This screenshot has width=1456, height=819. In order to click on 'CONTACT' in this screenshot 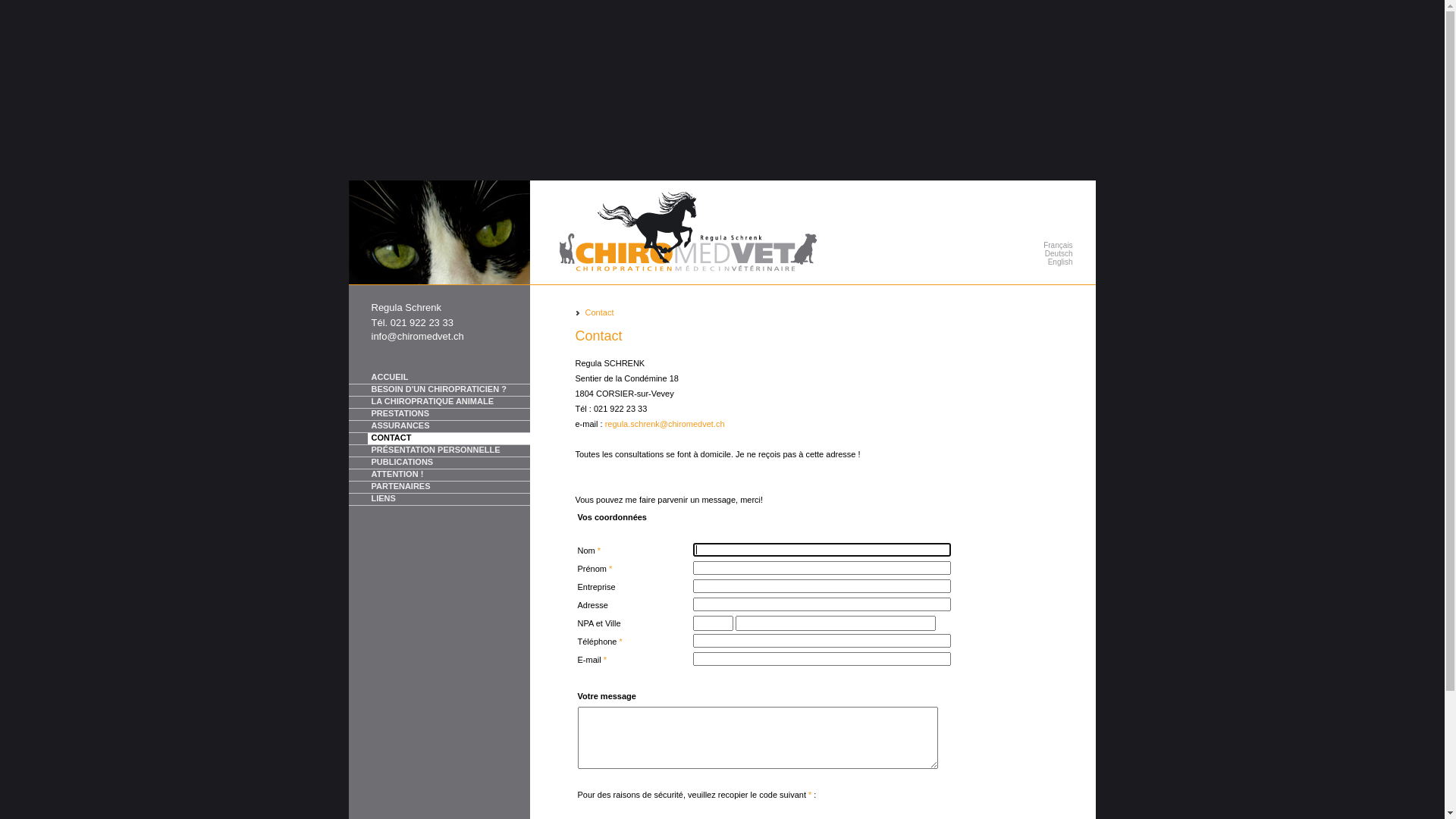, I will do `click(438, 438)`.